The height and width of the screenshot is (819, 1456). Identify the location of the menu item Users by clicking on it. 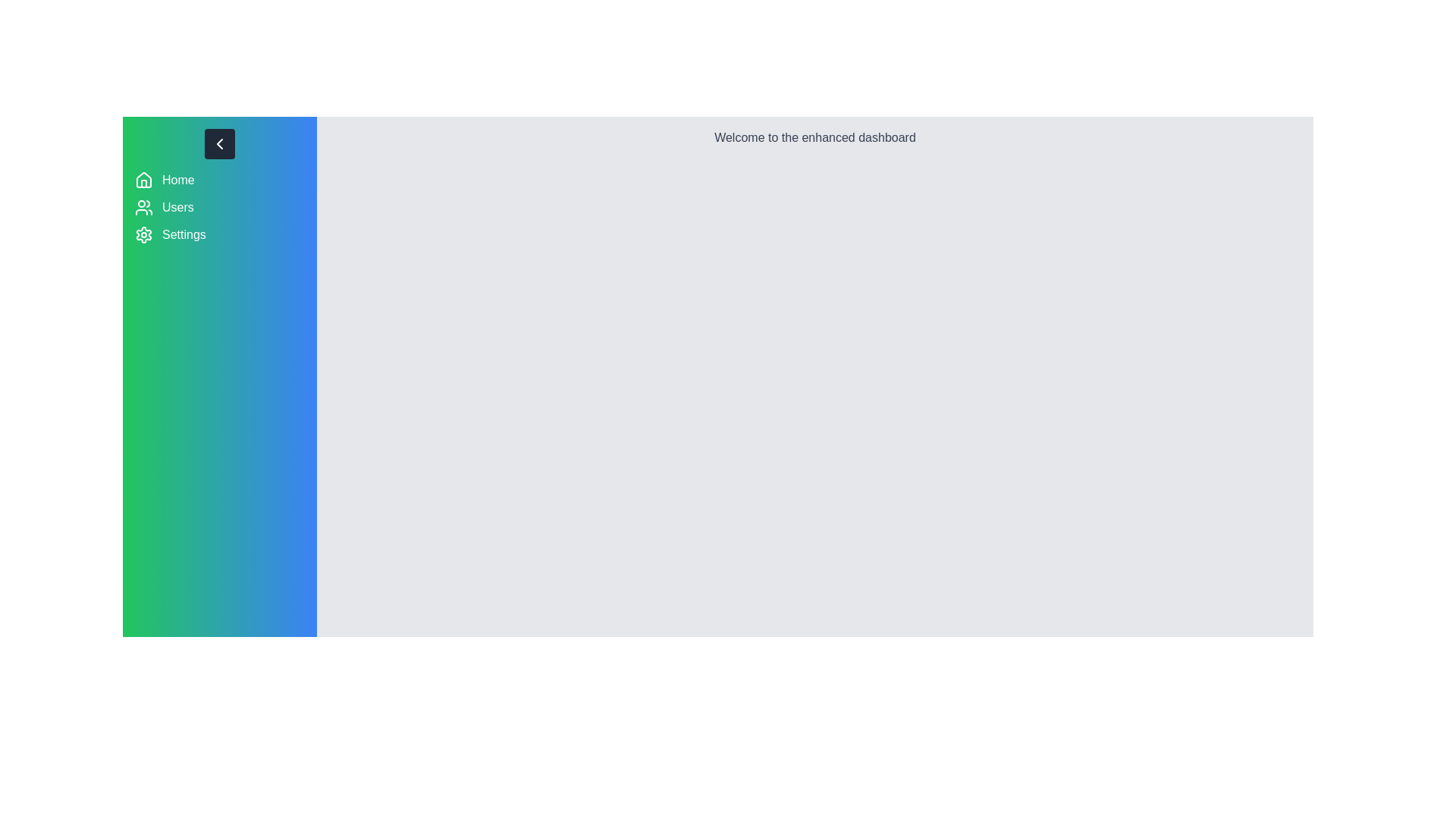
(218, 207).